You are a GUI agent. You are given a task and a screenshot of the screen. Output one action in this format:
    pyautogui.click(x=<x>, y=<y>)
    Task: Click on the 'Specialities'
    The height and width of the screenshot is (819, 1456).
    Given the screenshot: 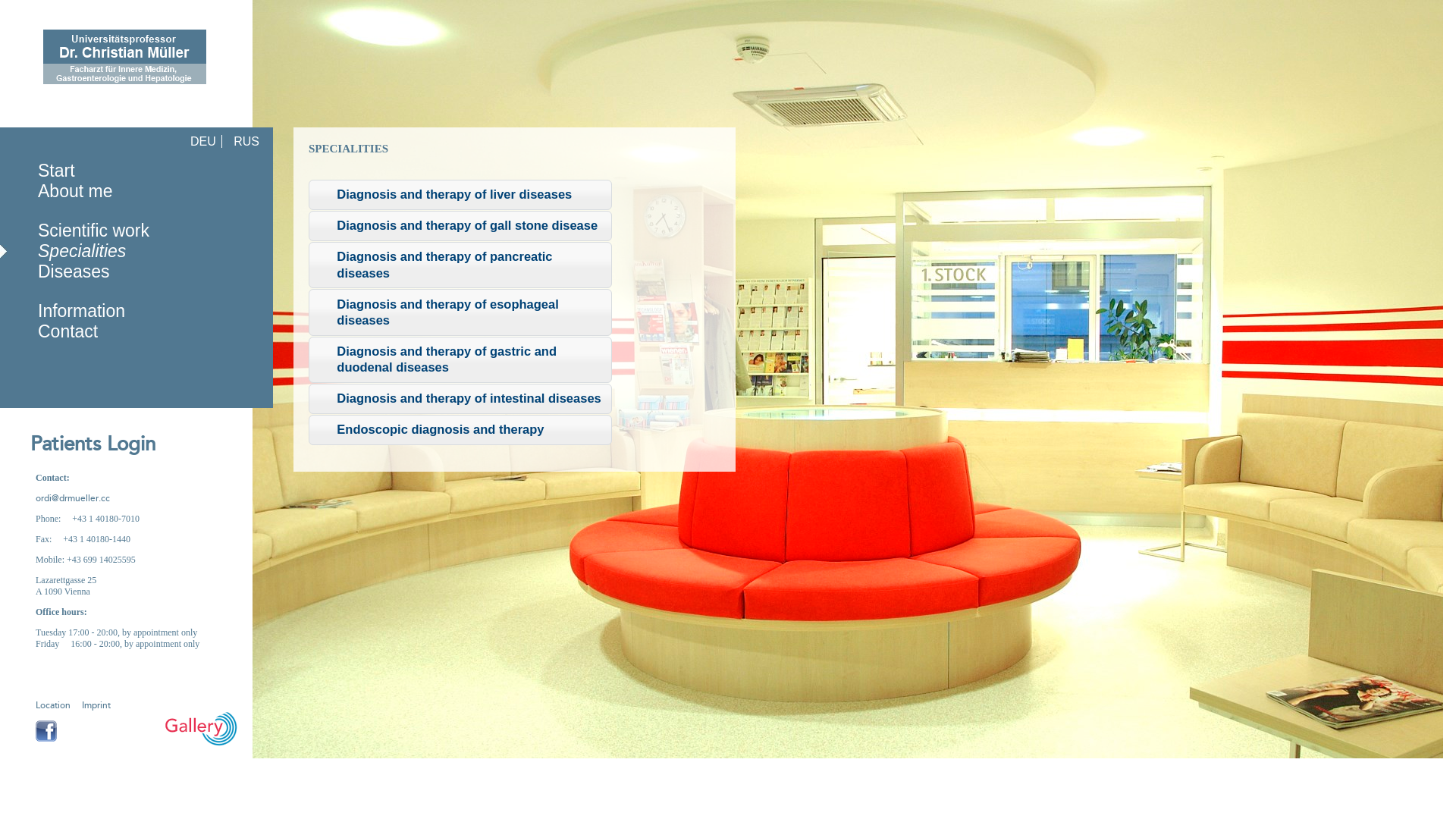 What is the action you would take?
    pyautogui.click(x=81, y=250)
    